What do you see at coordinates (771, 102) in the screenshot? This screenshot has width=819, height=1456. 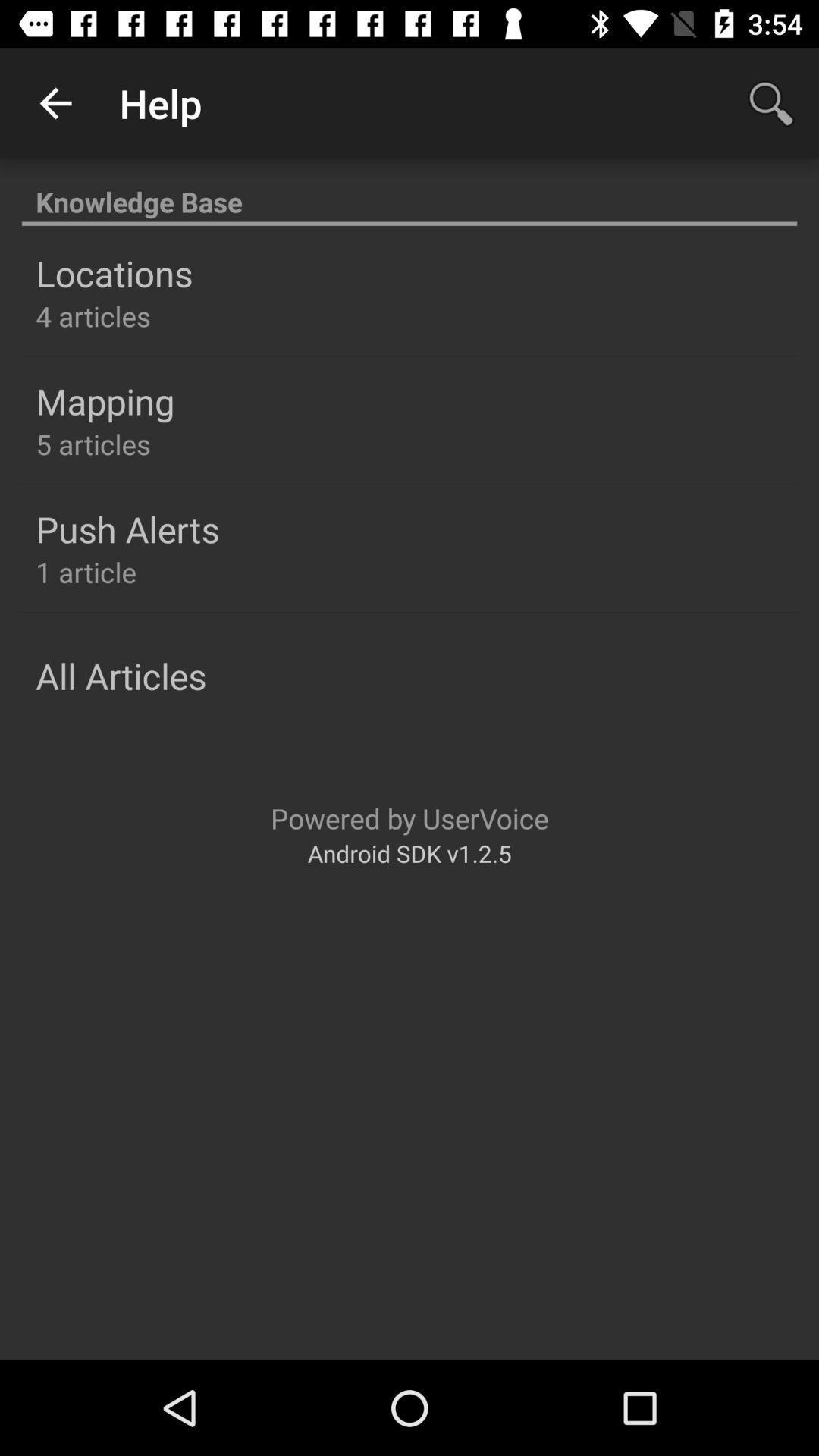 I see `icon above the knowledge base` at bounding box center [771, 102].